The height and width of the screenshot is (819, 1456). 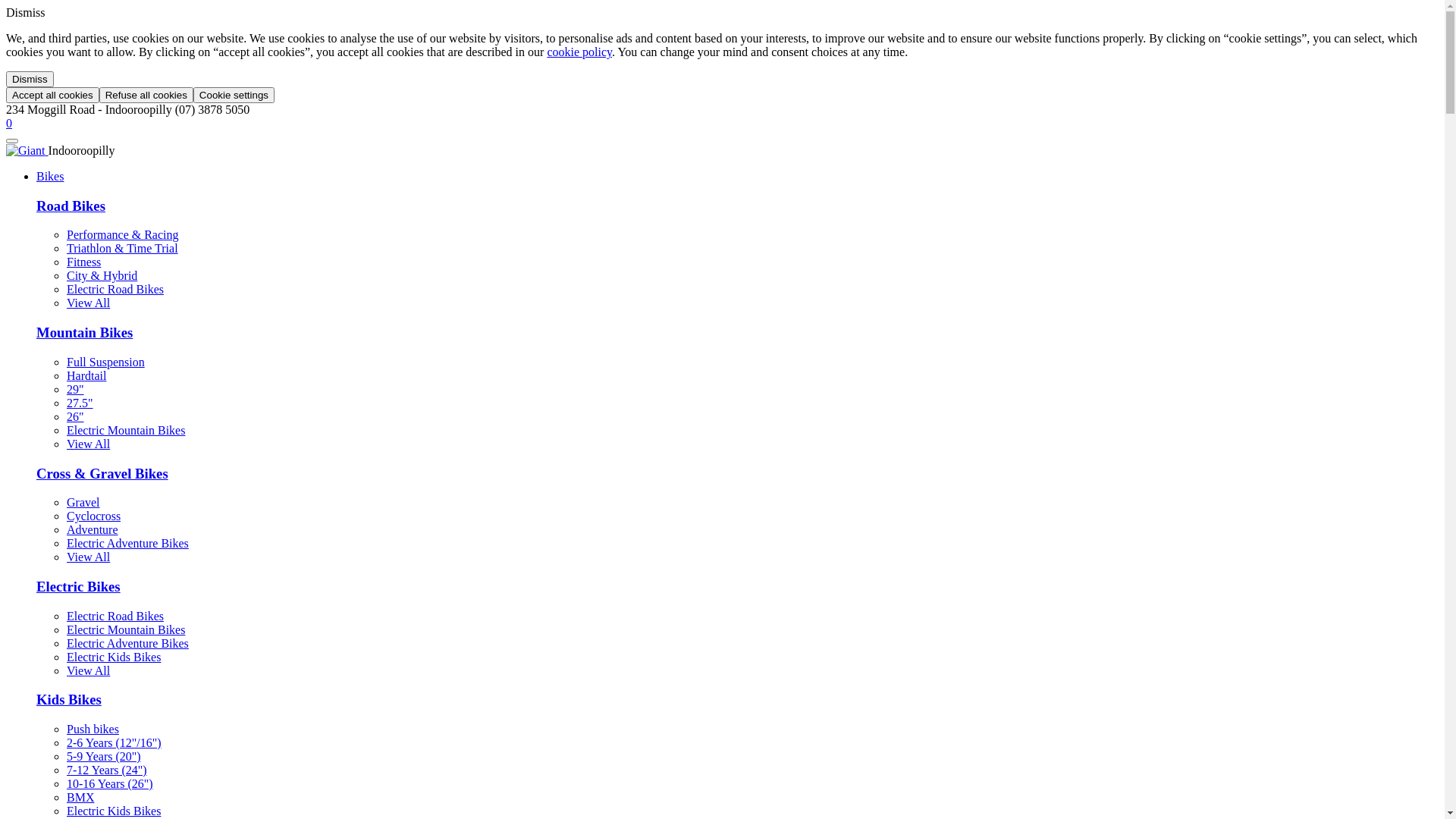 What do you see at coordinates (101, 472) in the screenshot?
I see `'Cross & Gravel Bikes'` at bounding box center [101, 472].